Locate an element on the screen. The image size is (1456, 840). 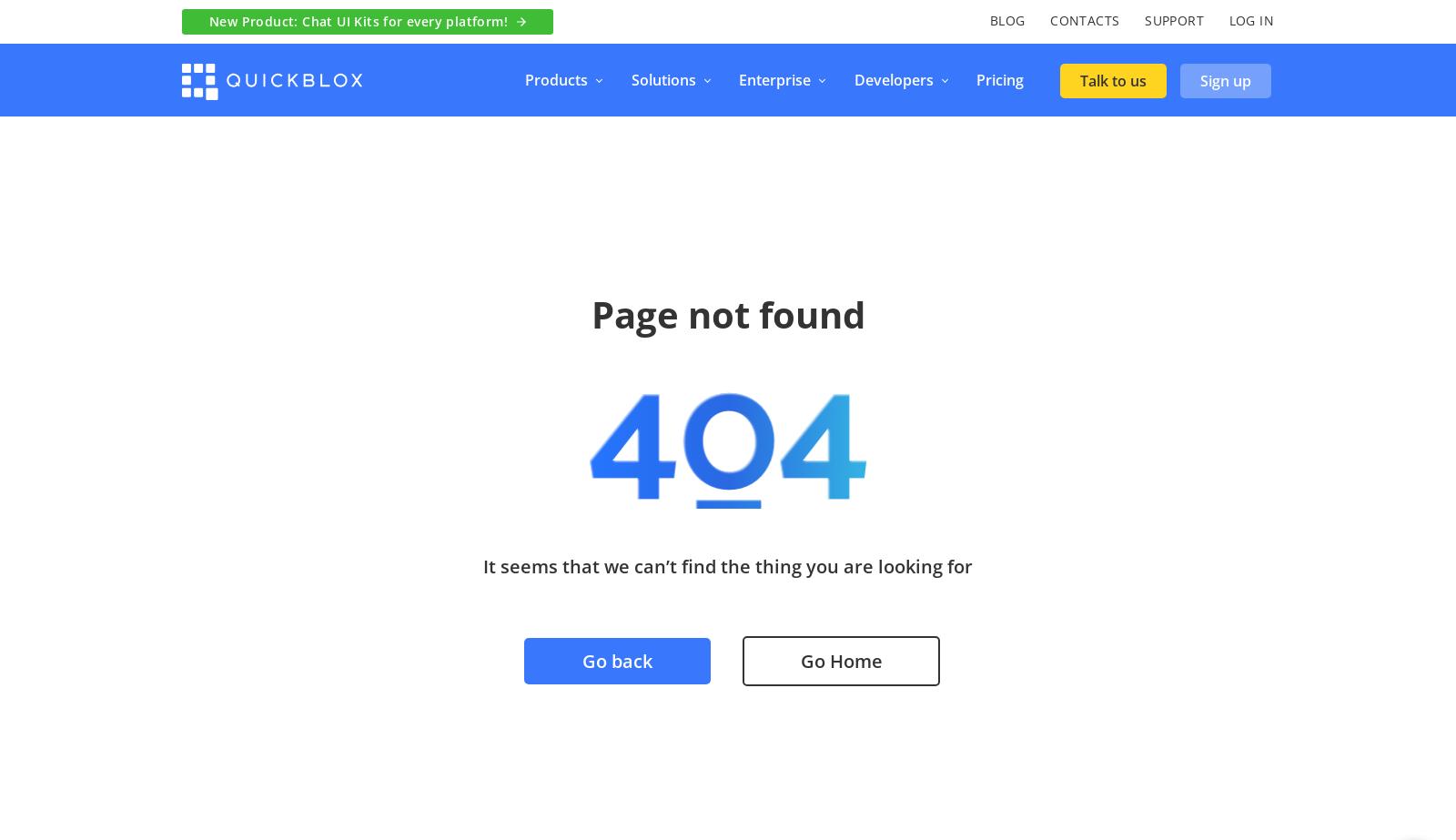
'QuickBlox AI' is located at coordinates (642, 211).